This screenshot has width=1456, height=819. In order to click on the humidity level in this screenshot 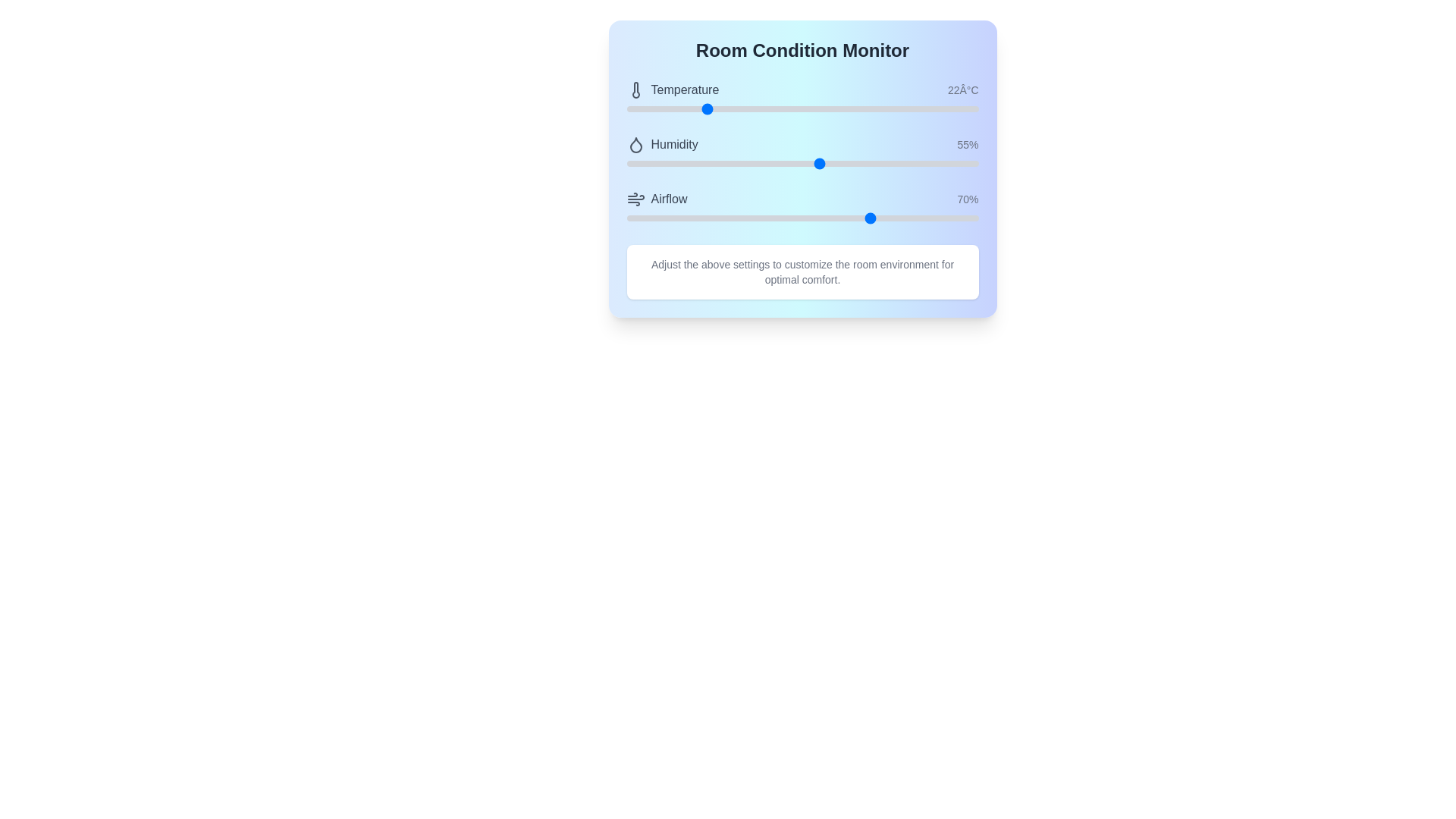, I will do `click(626, 164)`.